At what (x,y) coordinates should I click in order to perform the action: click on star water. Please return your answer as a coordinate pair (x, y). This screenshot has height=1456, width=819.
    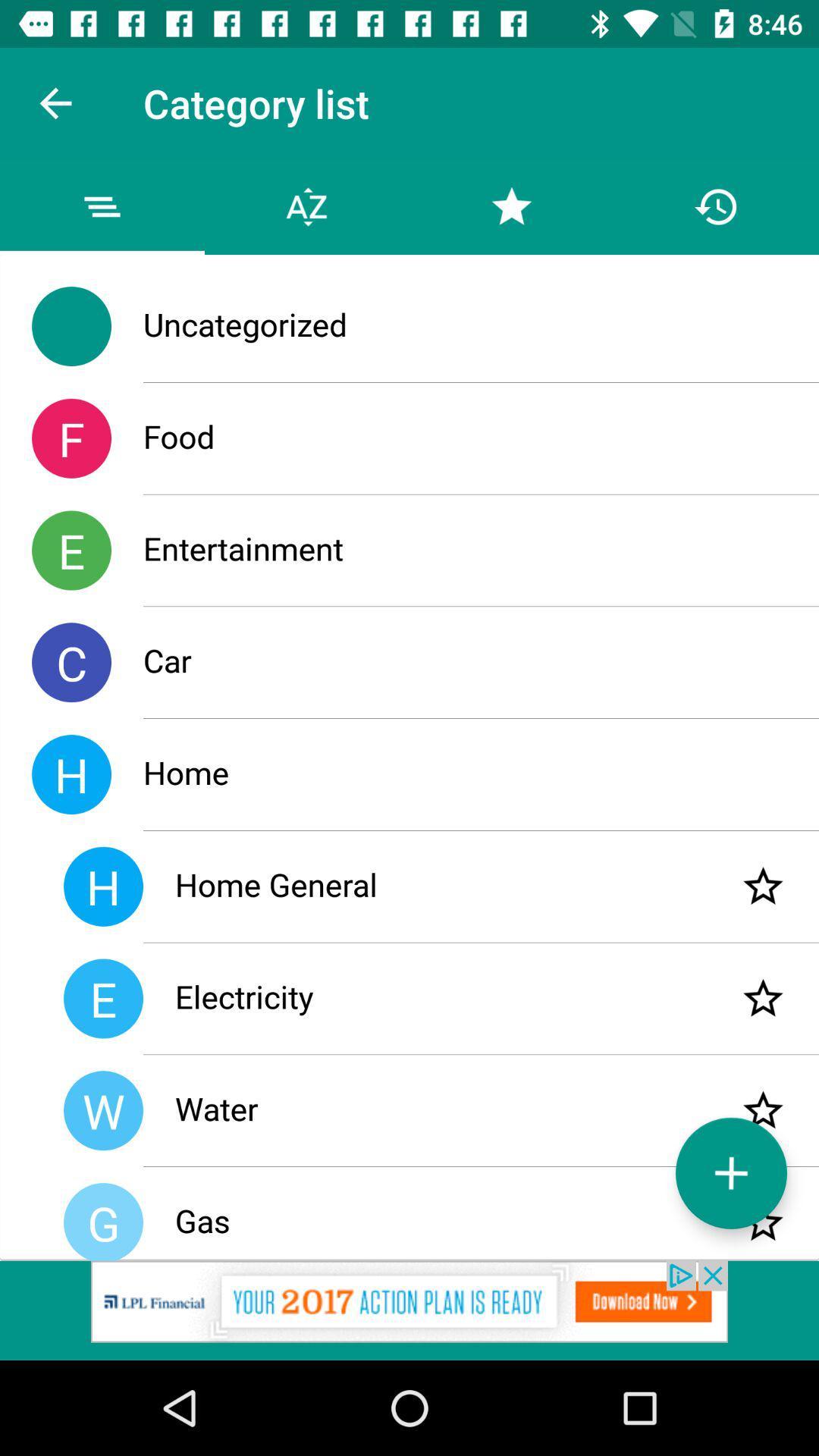
    Looking at the image, I should click on (763, 1110).